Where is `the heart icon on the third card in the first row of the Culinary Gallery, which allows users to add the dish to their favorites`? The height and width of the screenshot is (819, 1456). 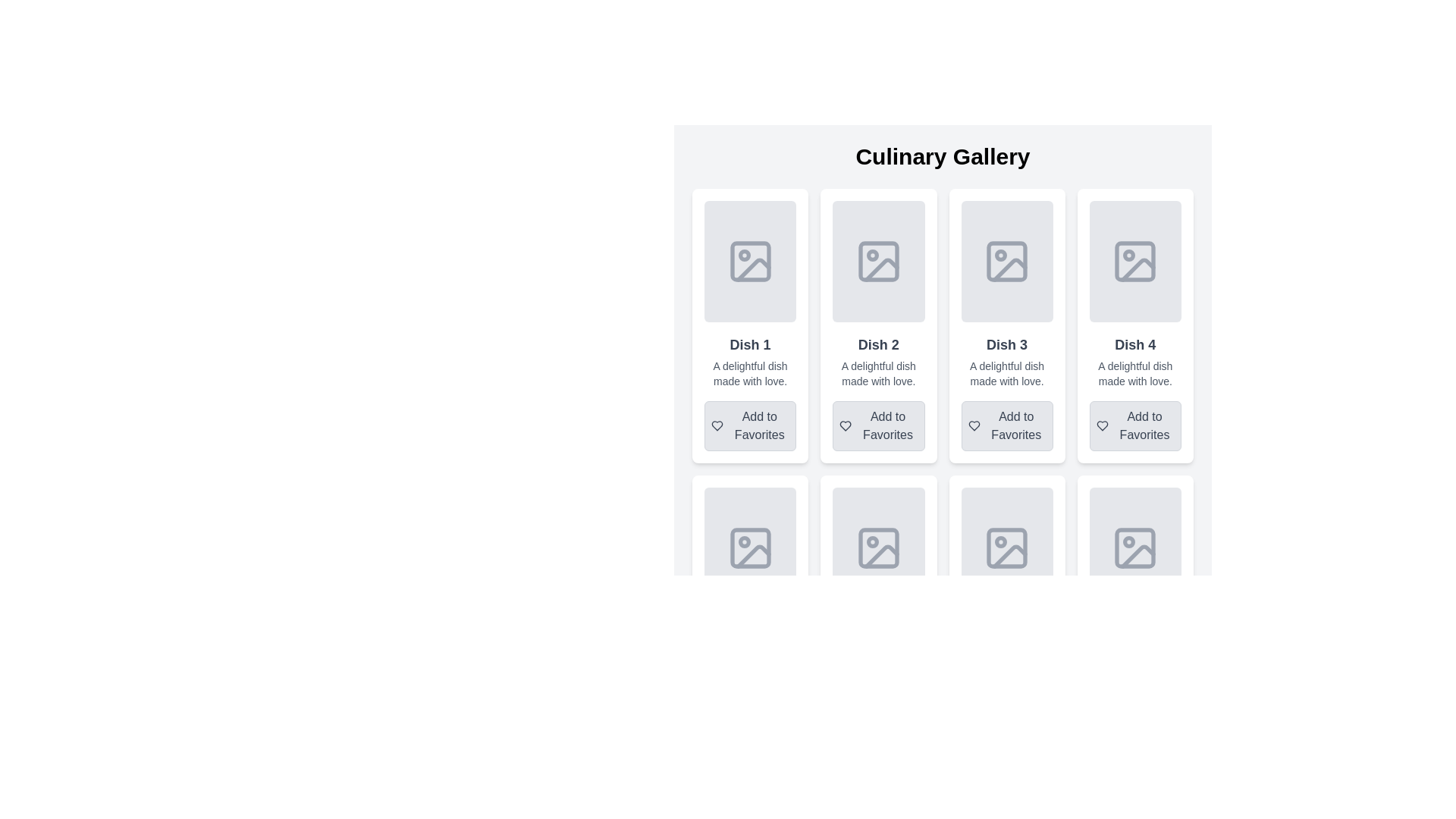 the heart icon on the third card in the first row of the Culinary Gallery, which allows users to add the dish to their favorites is located at coordinates (1007, 325).